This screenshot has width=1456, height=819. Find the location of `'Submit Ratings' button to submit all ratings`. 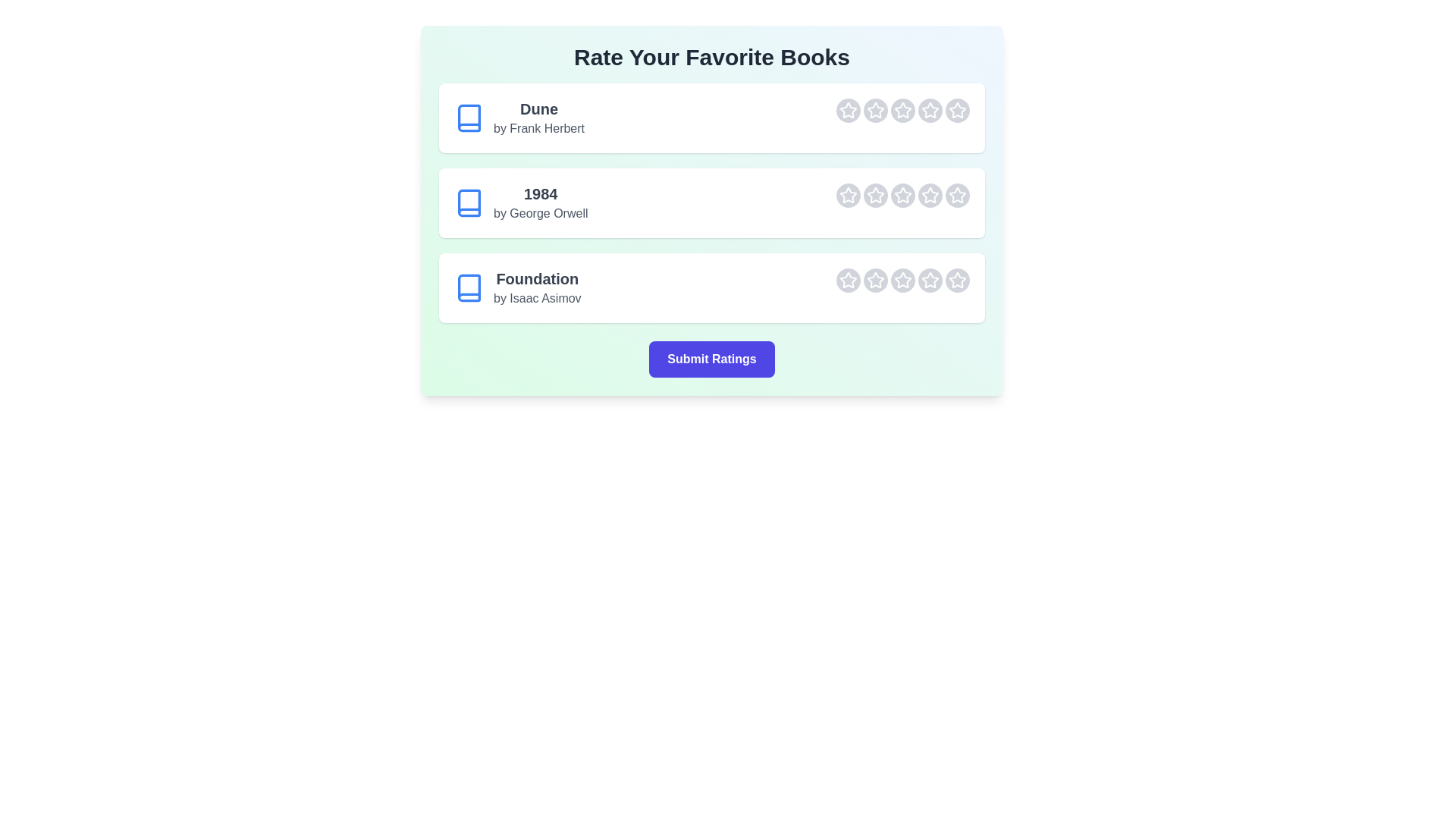

'Submit Ratings' button to submit all ratings is located at coordinates (711, 359).